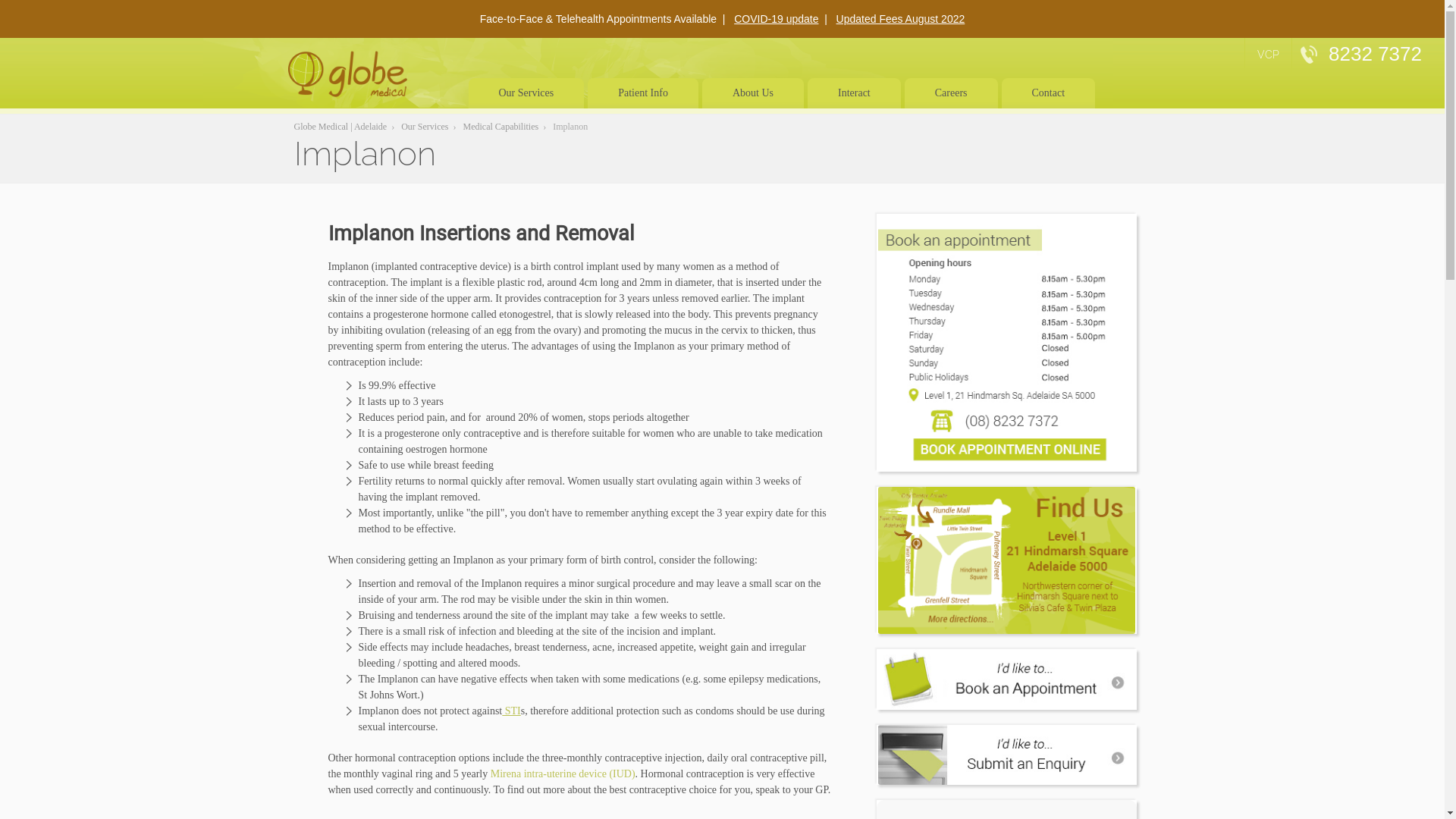 This screenshot has width=1456, height=819. What do you see at coordinates (1268, 54) in the screenshot?
I see `'VCP'` at bounding box center [1268, 54].